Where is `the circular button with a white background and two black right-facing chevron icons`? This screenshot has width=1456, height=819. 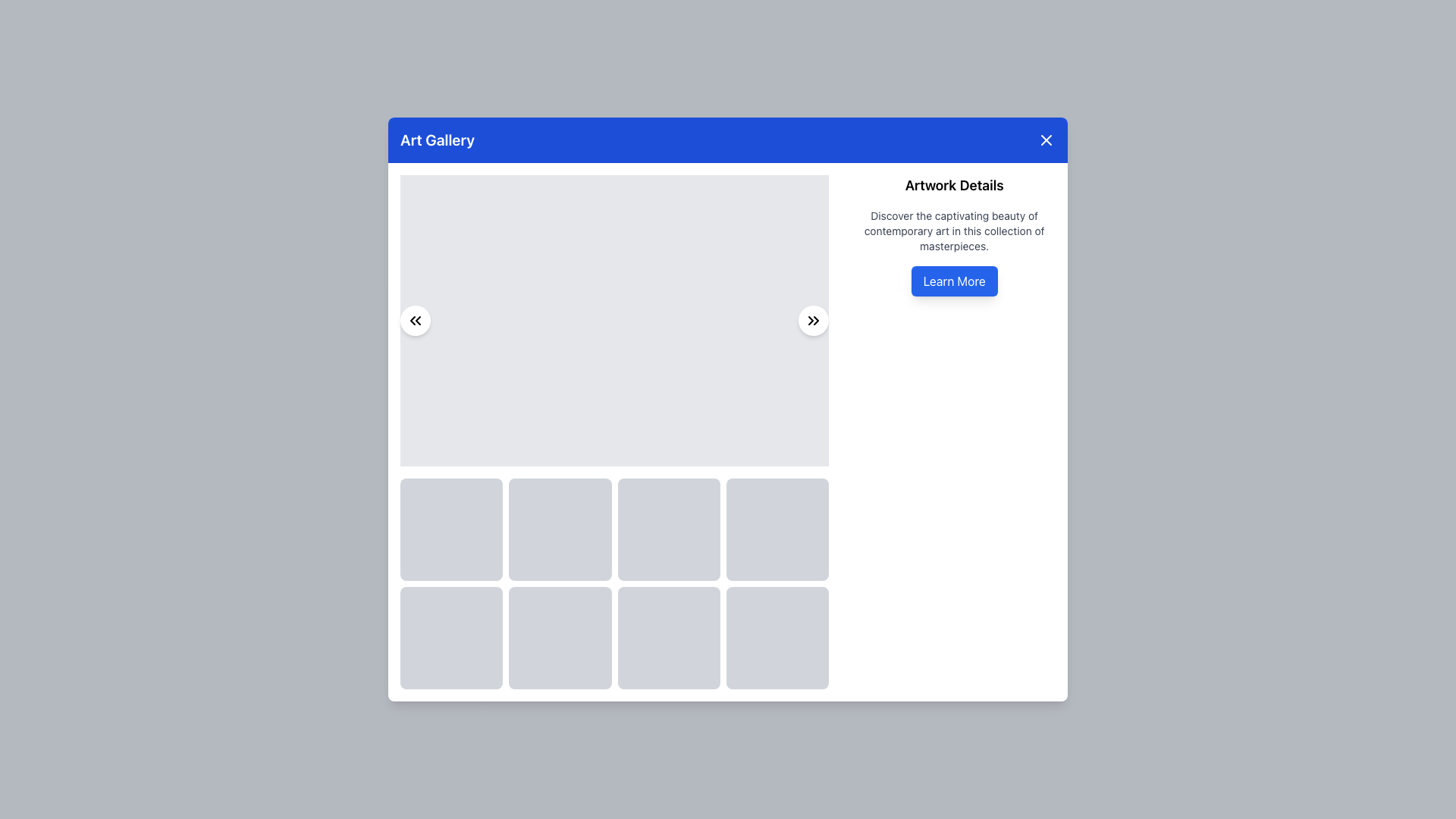 the circular button with a white background and two black right-facing chevron icons is located at coordinates (813, 319).